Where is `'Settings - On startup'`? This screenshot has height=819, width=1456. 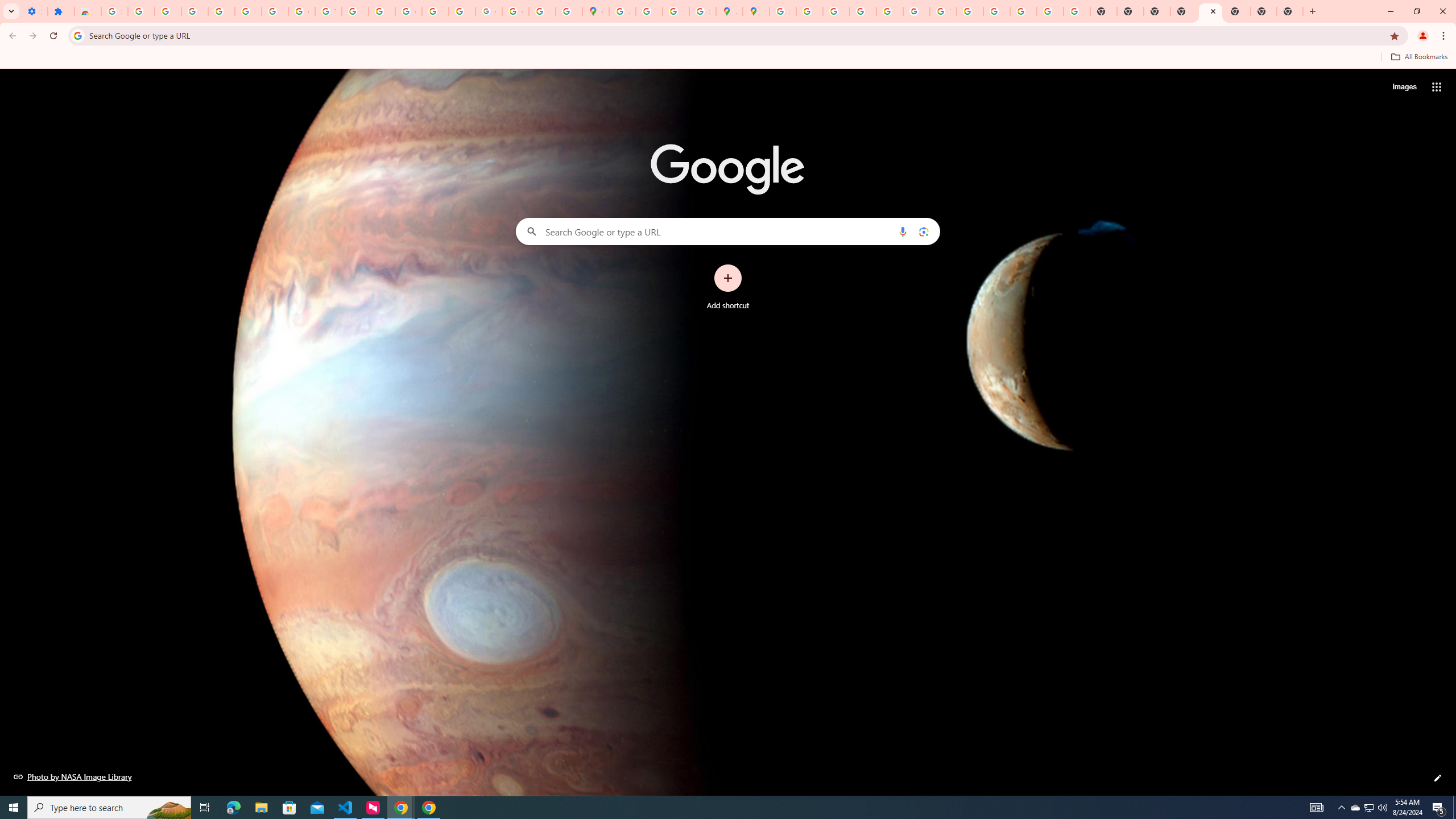 'Settings - On startup' is located at coordinates (34, 11).